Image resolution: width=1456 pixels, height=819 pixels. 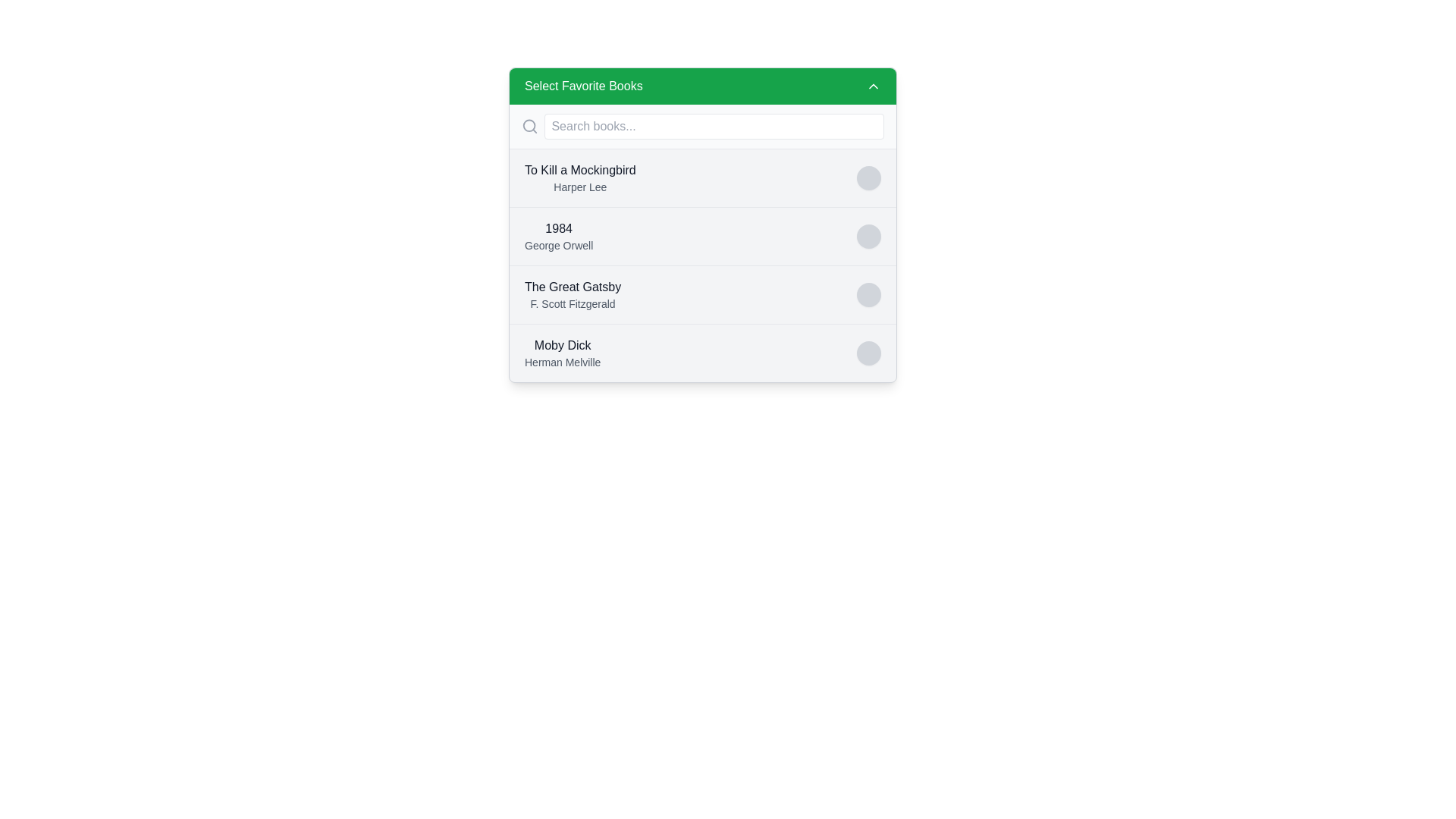 I want to click on the interactive button located to the right of the book labeled '1984' by George Orwell, so click(x=869, y=237).